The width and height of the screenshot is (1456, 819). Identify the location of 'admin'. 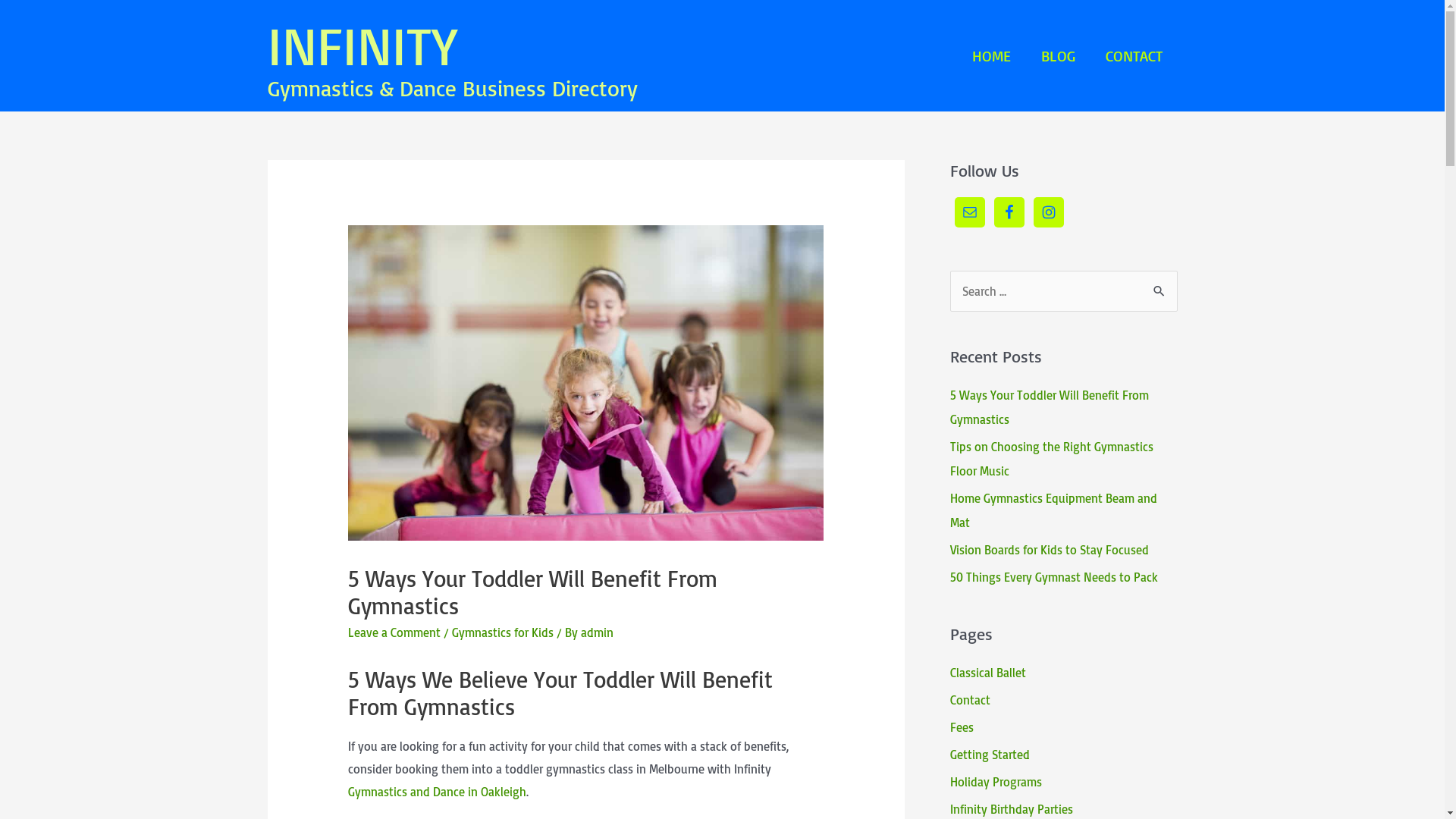
(596, 632).